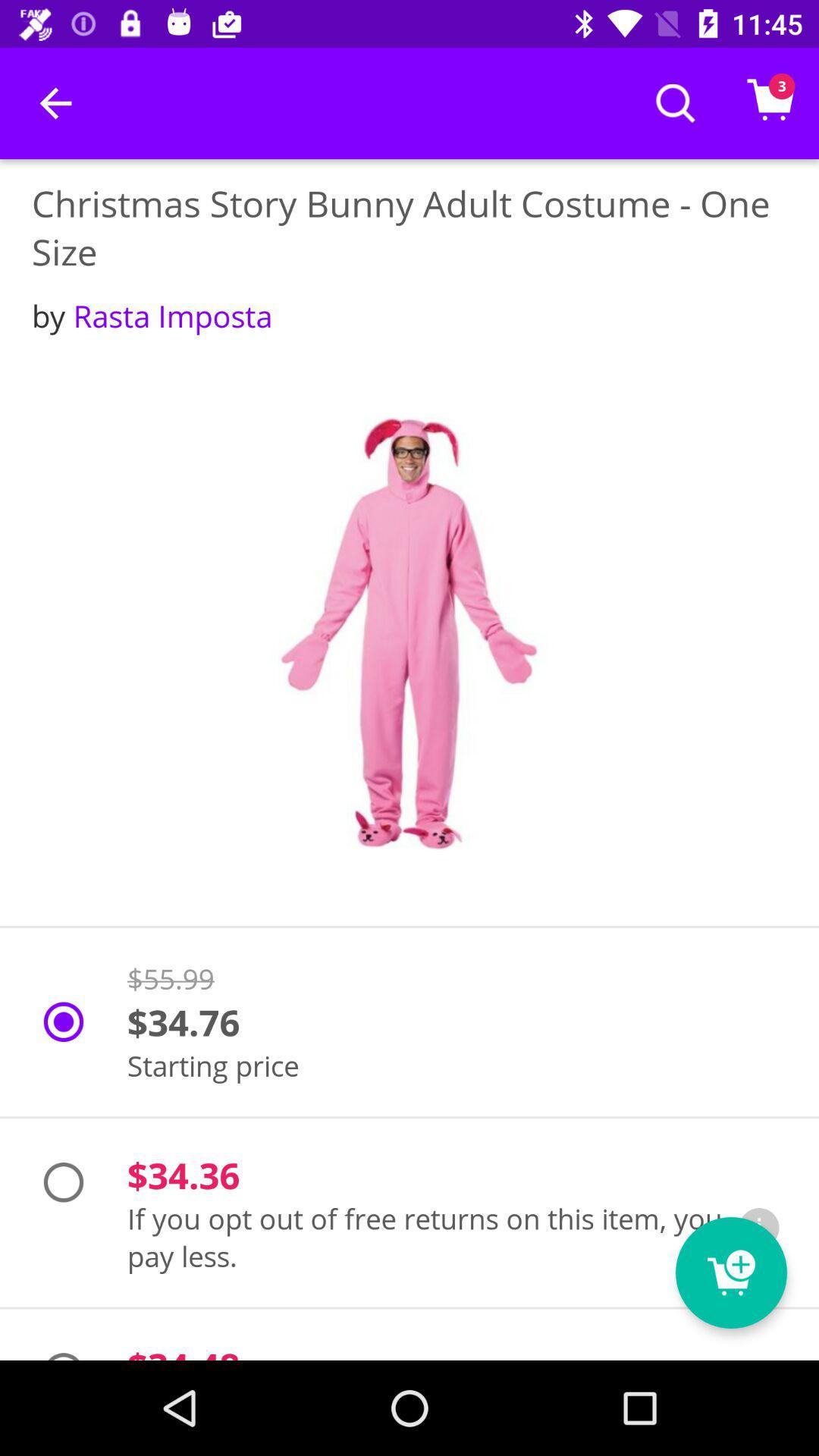  Describe the element at coordinates (759, 1228) in the screenshot. I see `icon to the right of the if you opt` at that location.